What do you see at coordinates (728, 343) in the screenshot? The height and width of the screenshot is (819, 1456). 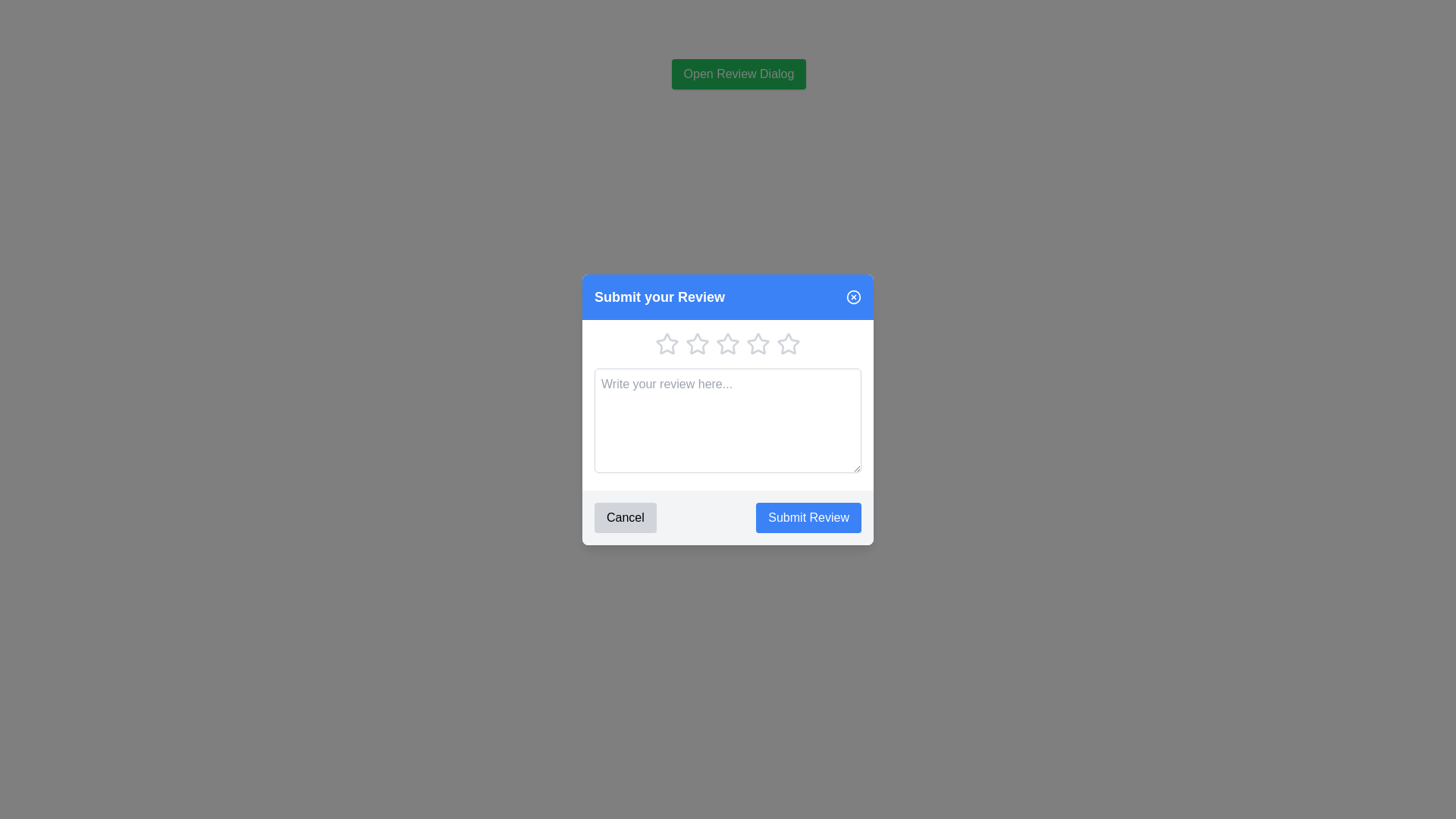 I see `the third star in the five-star rating component` at bounding box center [728, 343].